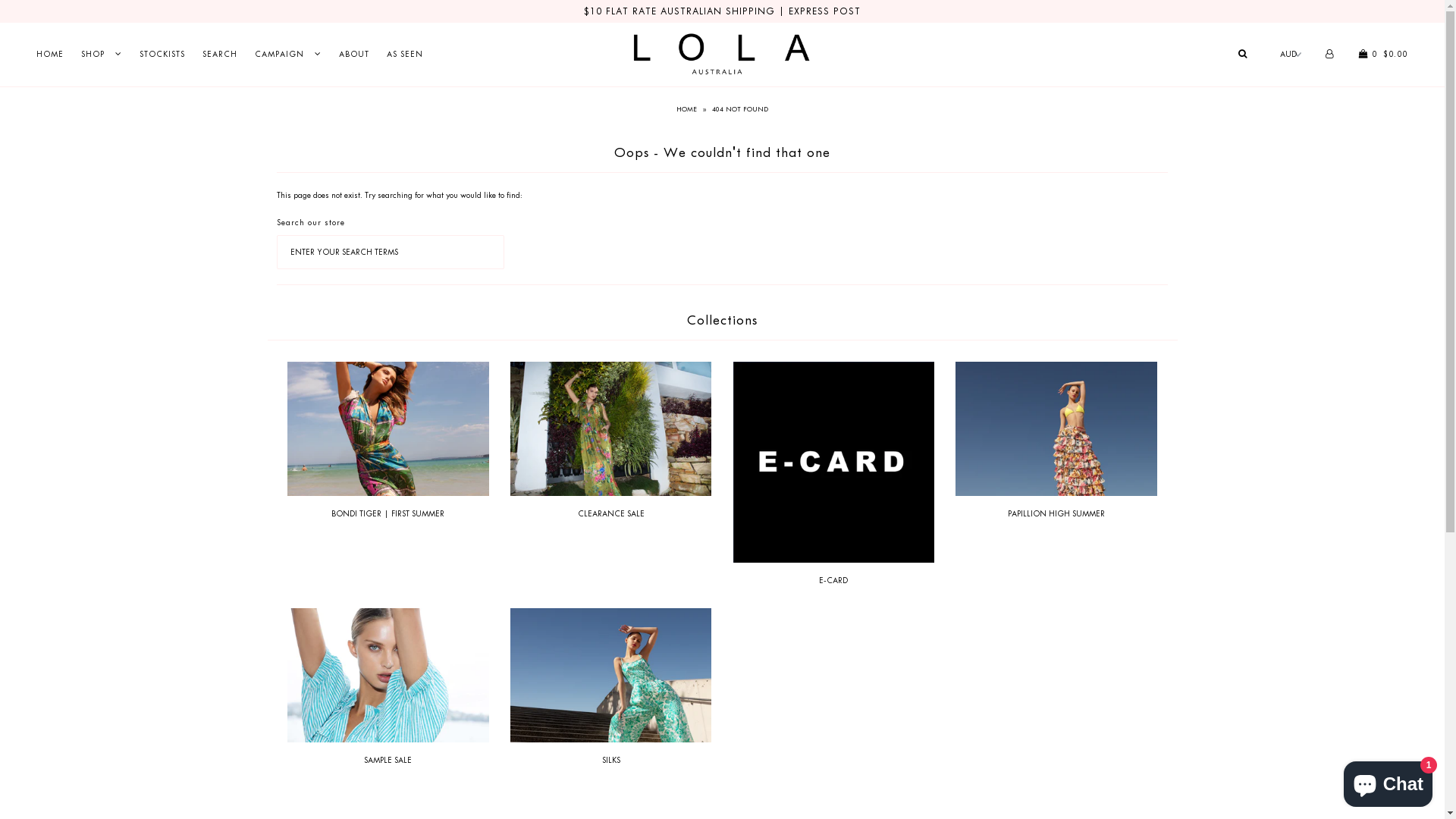  I want to click on 'SHOP', so click(101, 53).